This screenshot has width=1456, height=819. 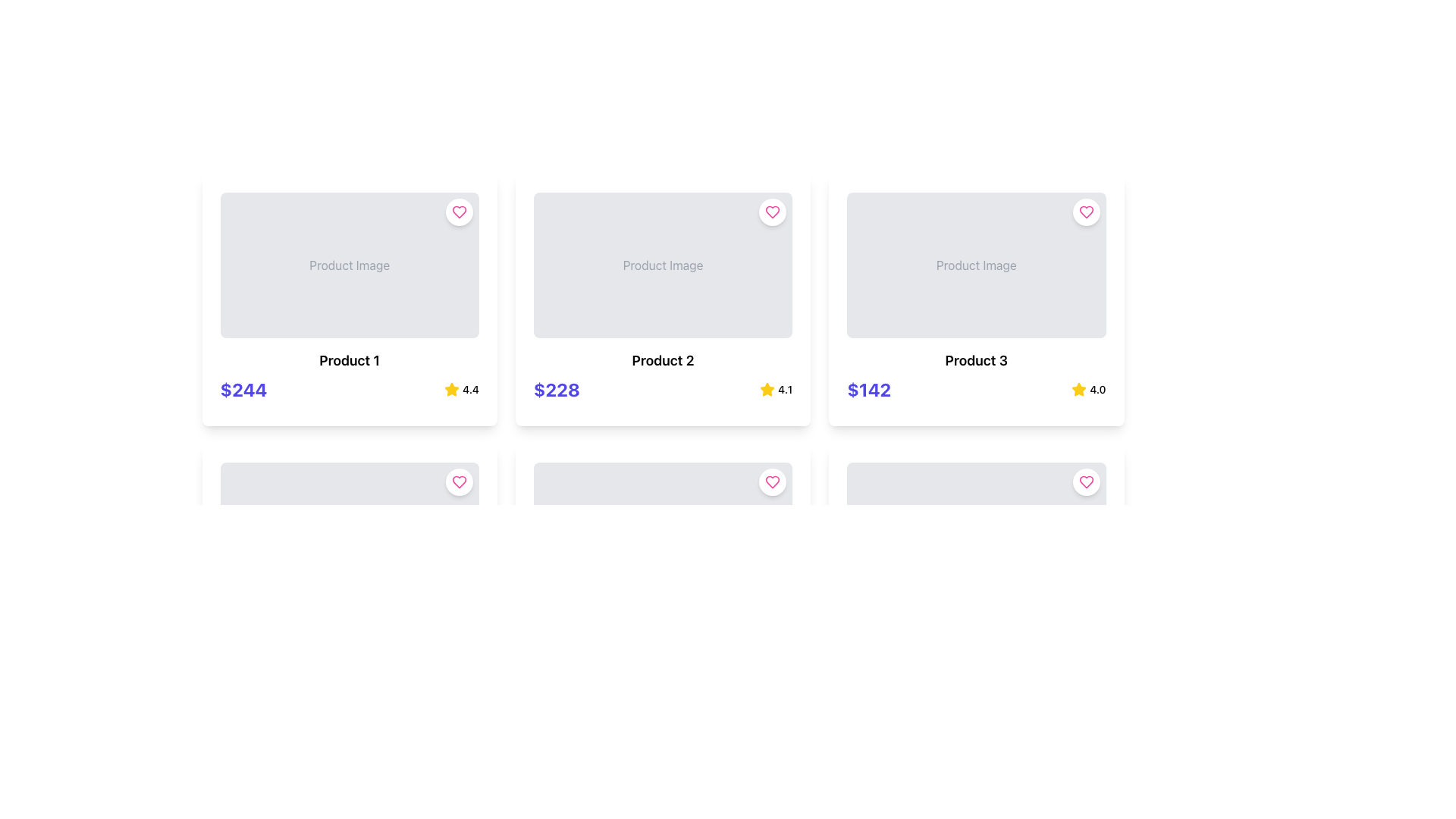 I want to click on the favorite button located in the top-right corner of the product card displaying 'Product Image', so click(x=773, y=482).